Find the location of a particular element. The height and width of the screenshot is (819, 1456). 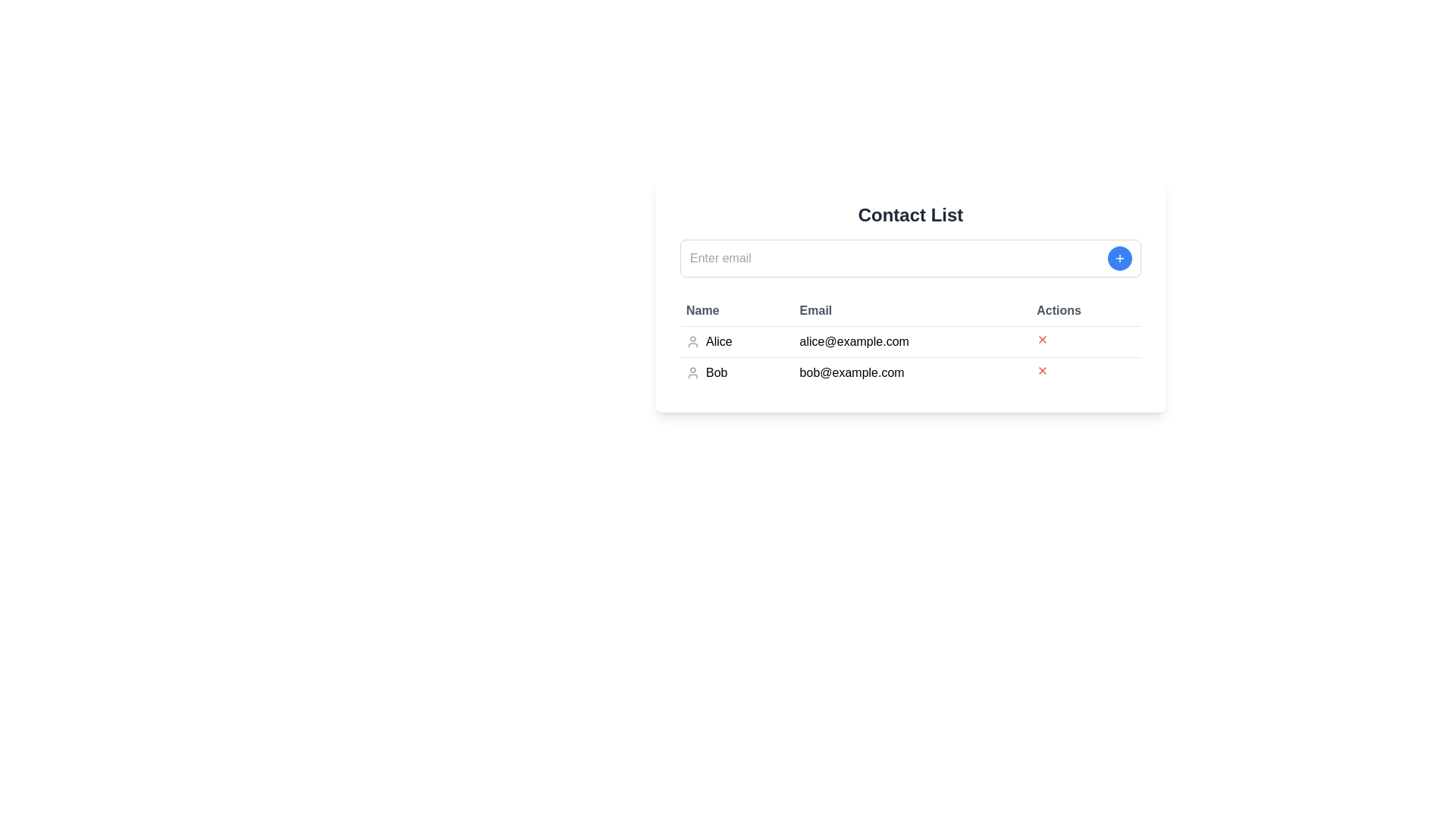

the small red 'X' icon in the 'Actions' column corresponding to 'Bob' in the 'Contact List' table is located at coordinates (1042, 371).